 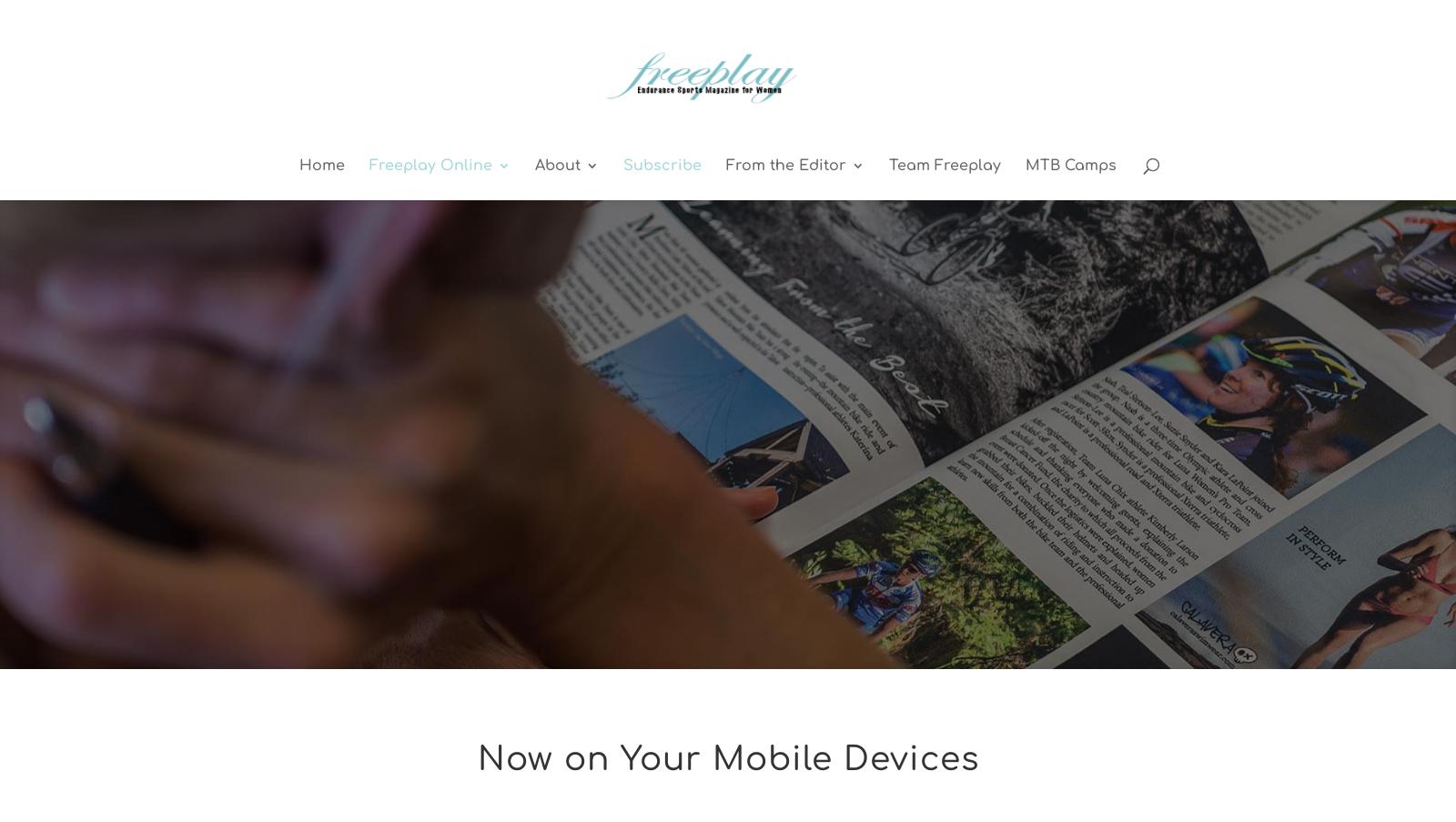 I want to click on 'Freeplay App', so click(x=403, y=274).